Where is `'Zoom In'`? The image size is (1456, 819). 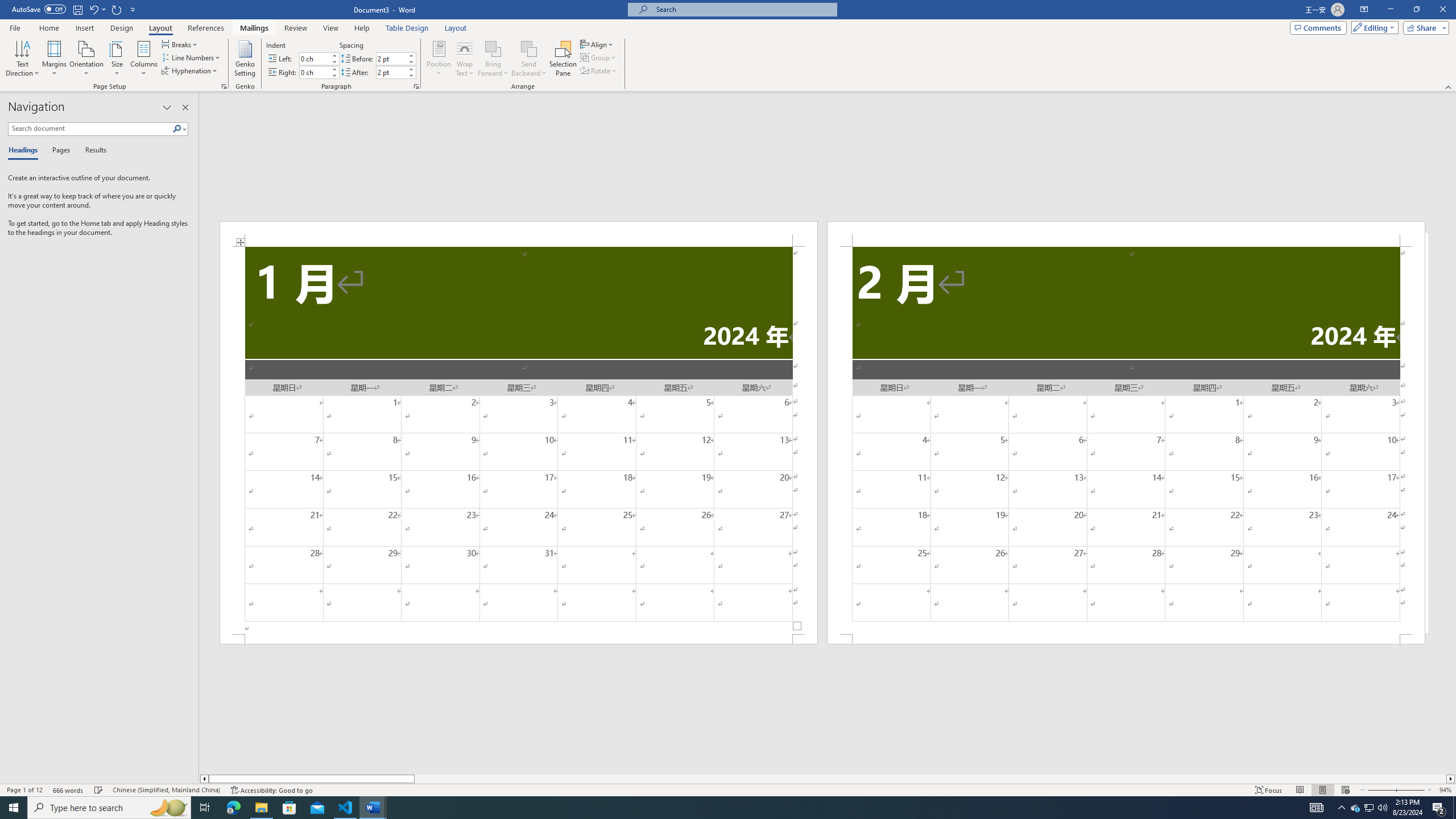
'Zoom In' is located at coordinates (1410, 790).